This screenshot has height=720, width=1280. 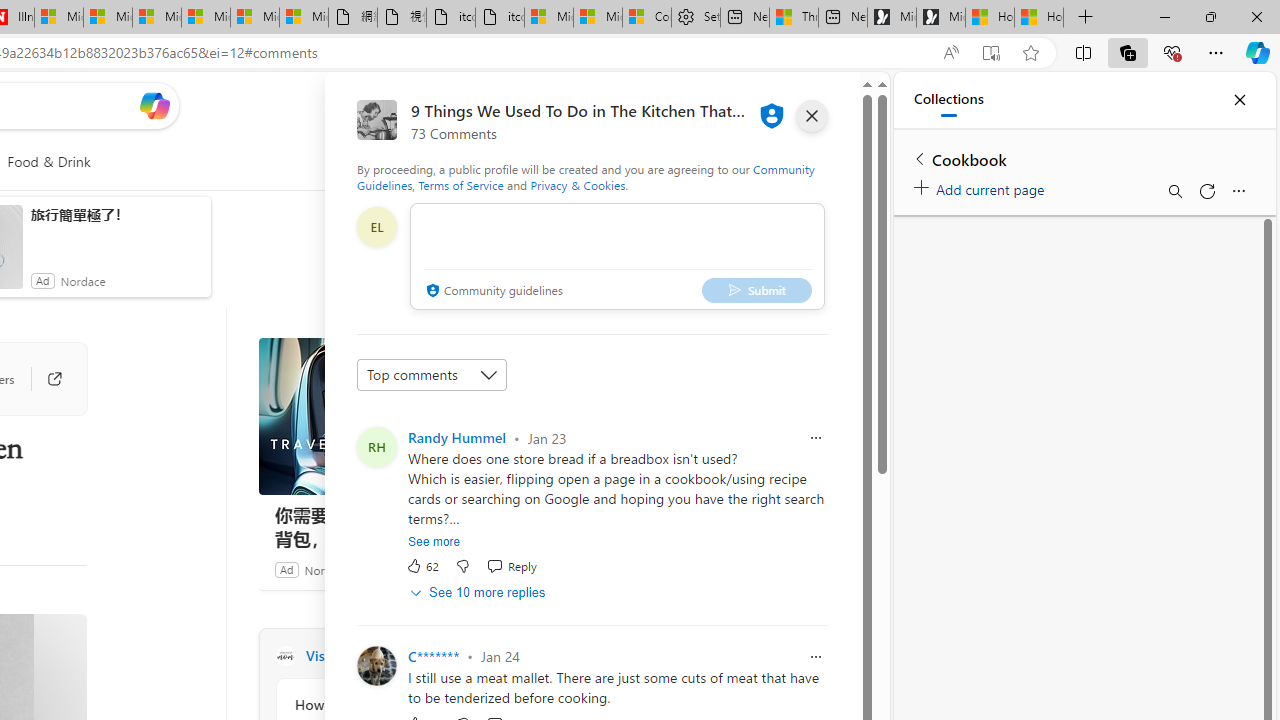 I want to click on 'close', so click(x=812, y=115).